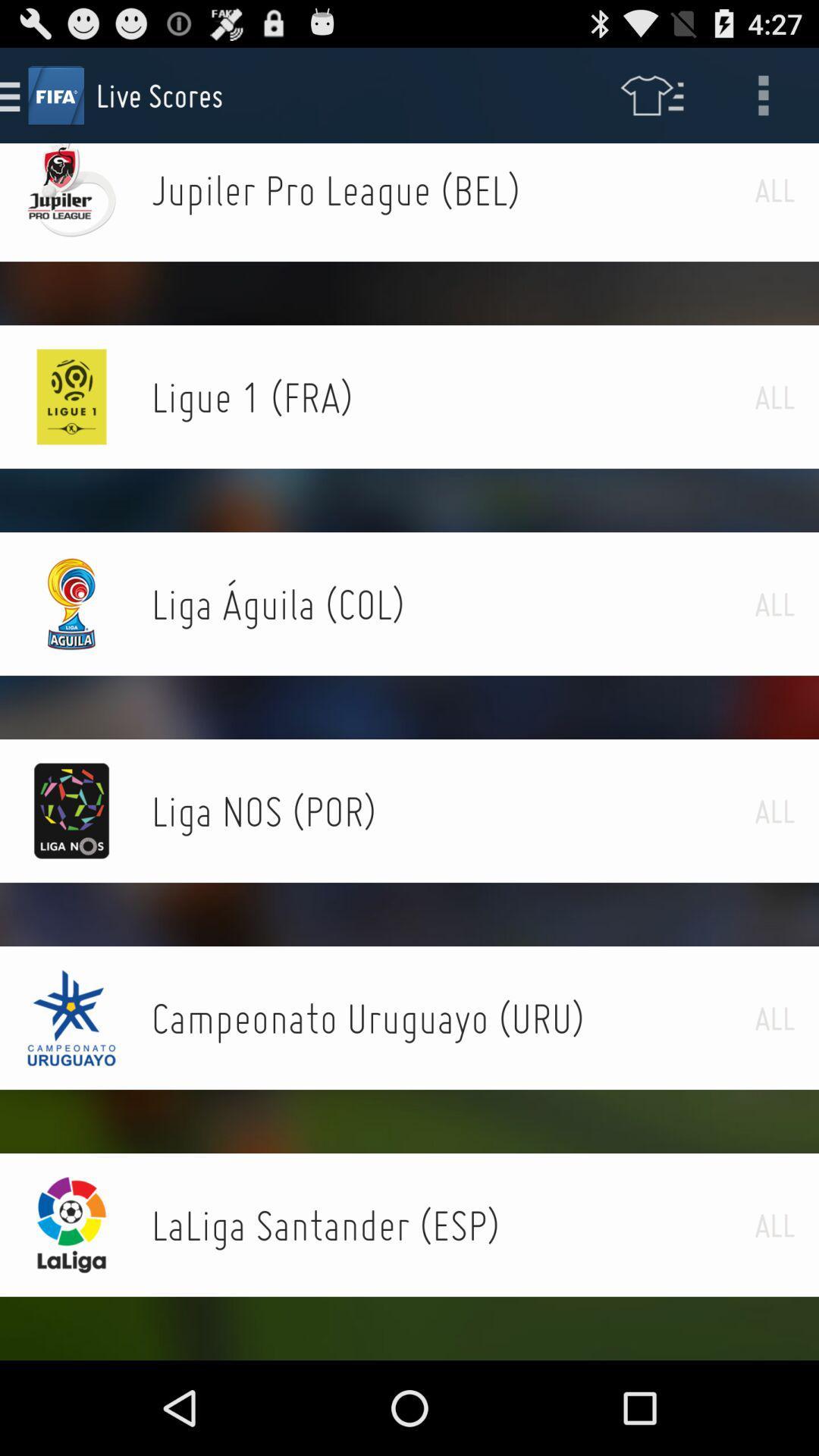 The height and width of the screenshot is (1456, 819). What do you see at coordinates (72, 603) in the screenshot?
I see `the fourth icon from the top of the page` at bounding box center [72, 603].